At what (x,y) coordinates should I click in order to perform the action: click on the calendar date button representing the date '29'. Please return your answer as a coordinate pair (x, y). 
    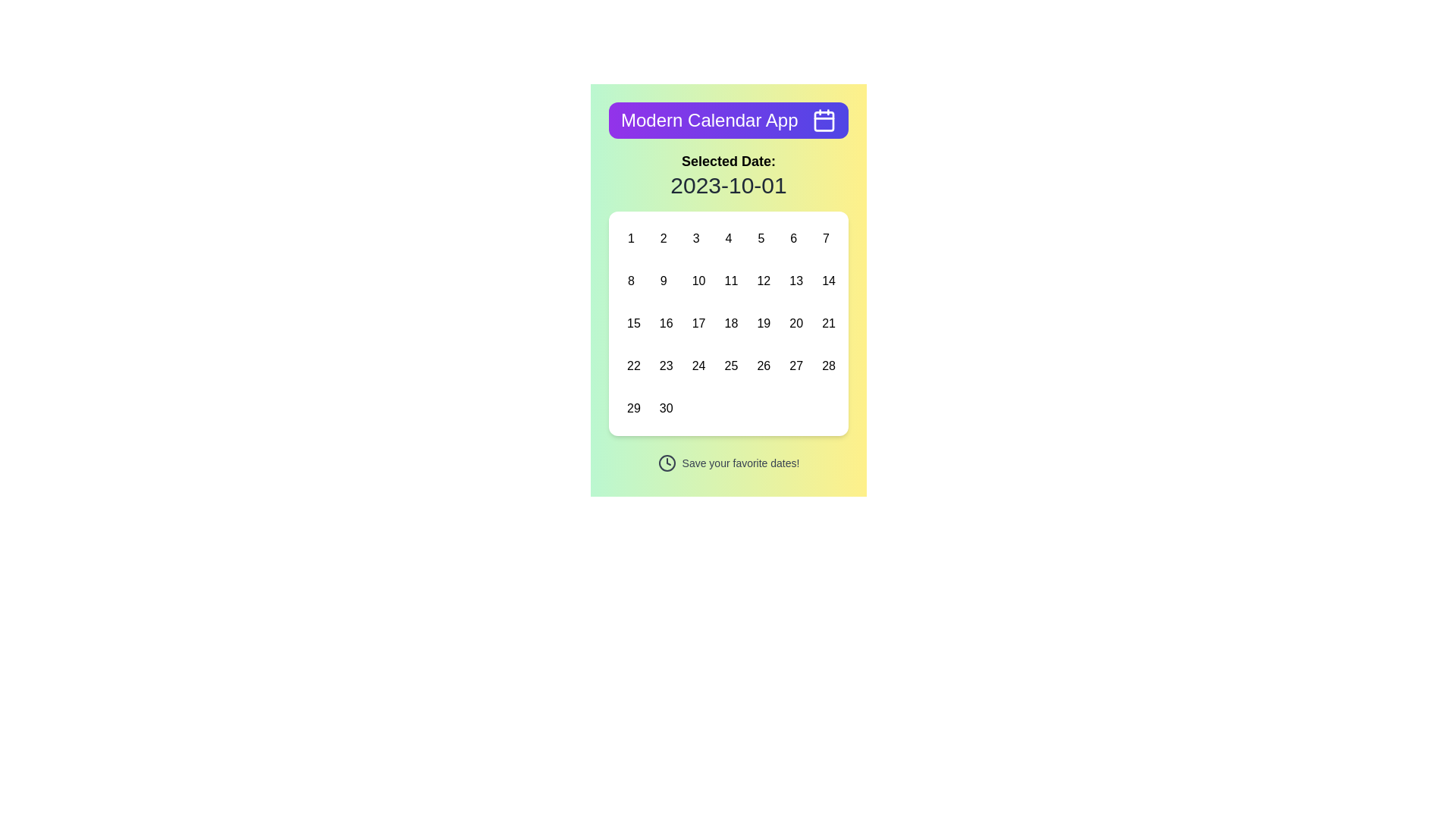
    Looking at the image, I should click on (631, 408).